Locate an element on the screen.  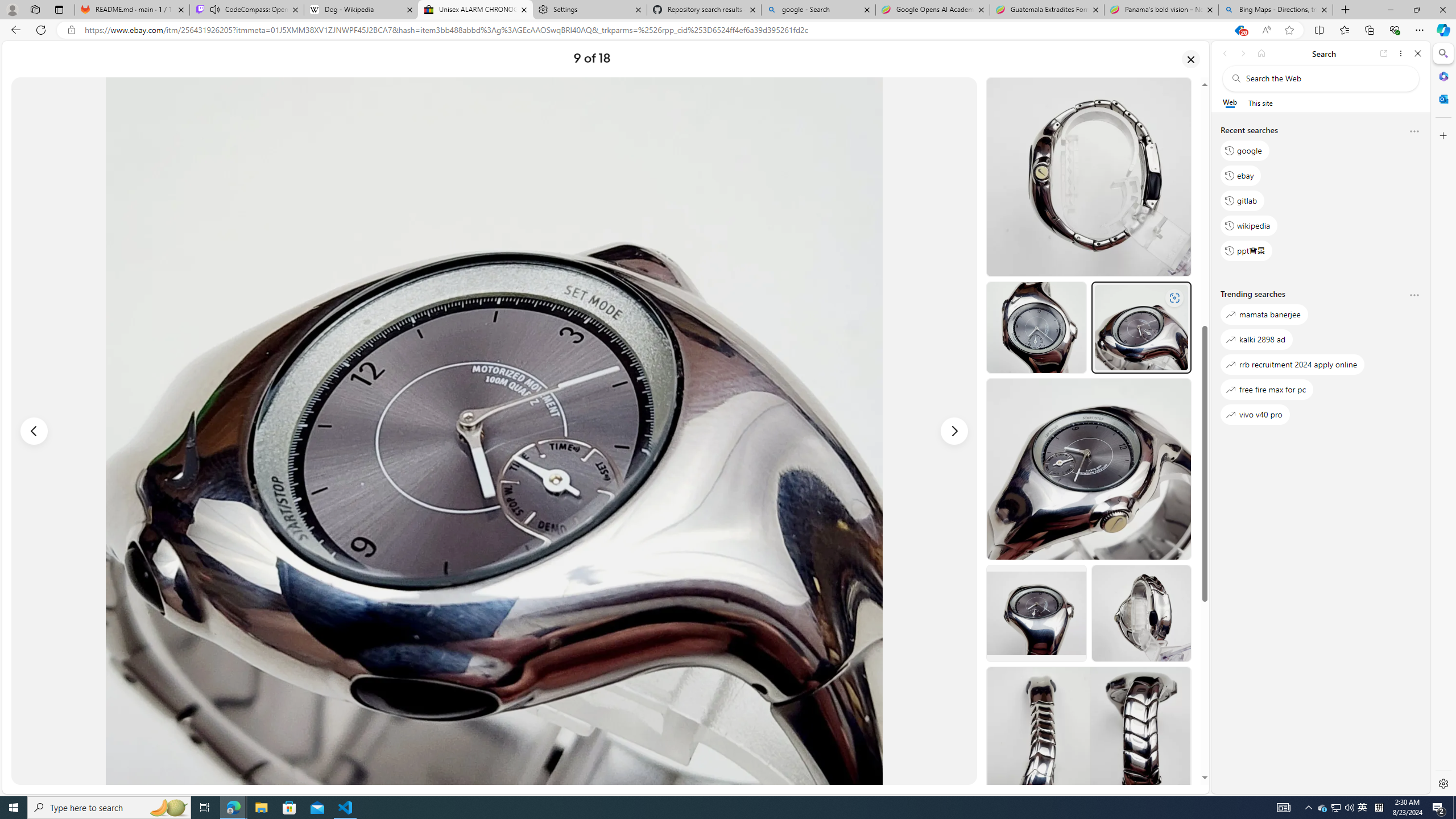
'Dog - Wikipedia' is located at coordinates (360, 9).